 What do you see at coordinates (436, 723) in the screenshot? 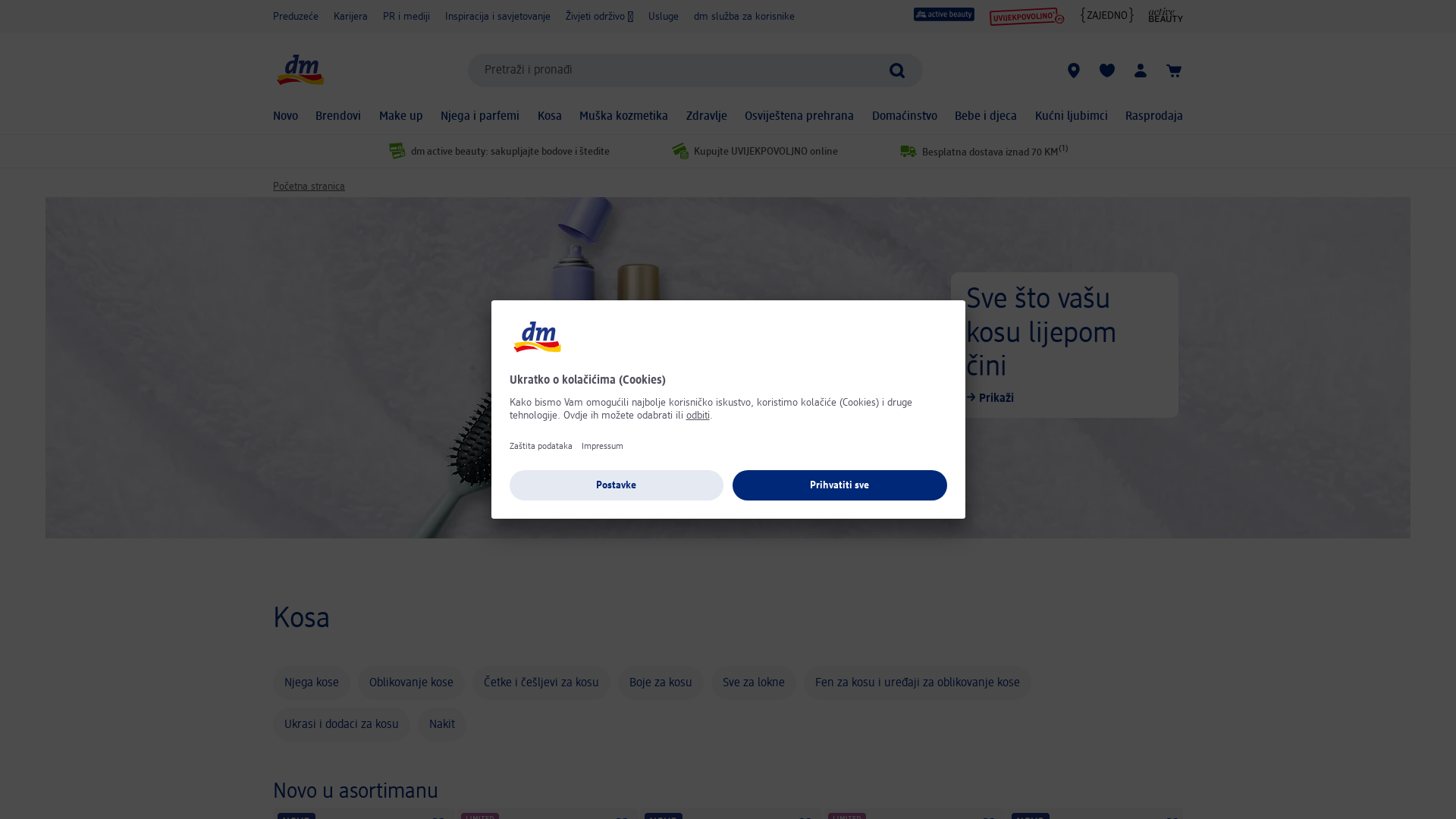
I see `'Nakit'` at bounding box center [436, 723].